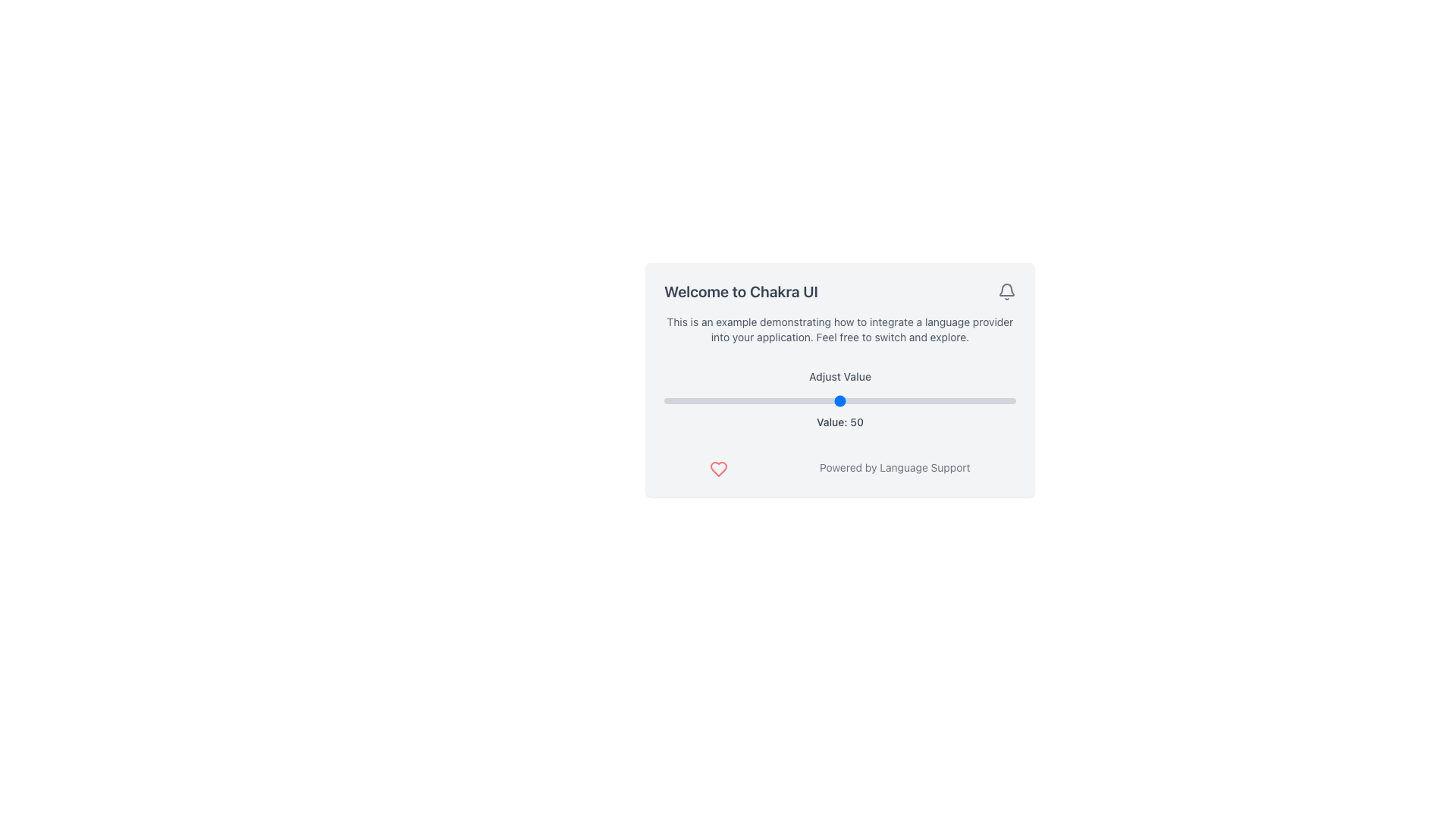 The height and width of the screenshot is (819, 1456). I want to click on the slider value, so click(889, 400).